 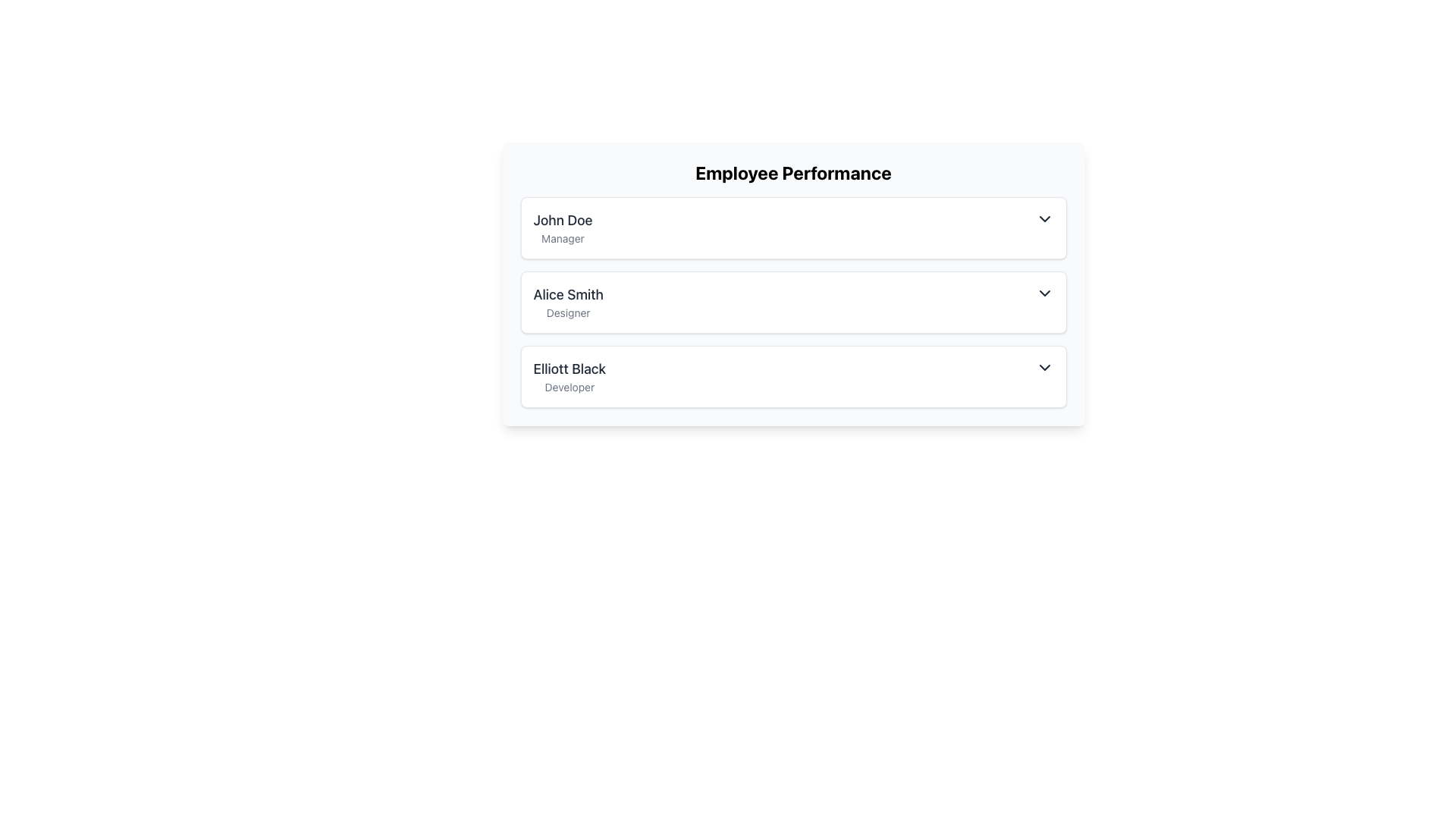 What do you see at coordinates (569, 376) in the screenshot?
I see `employee's name and job title displayed in the text content, which is the third item in the vertically stacked list inside the 'Employee Performance' card` at bounding box center [569, 376].